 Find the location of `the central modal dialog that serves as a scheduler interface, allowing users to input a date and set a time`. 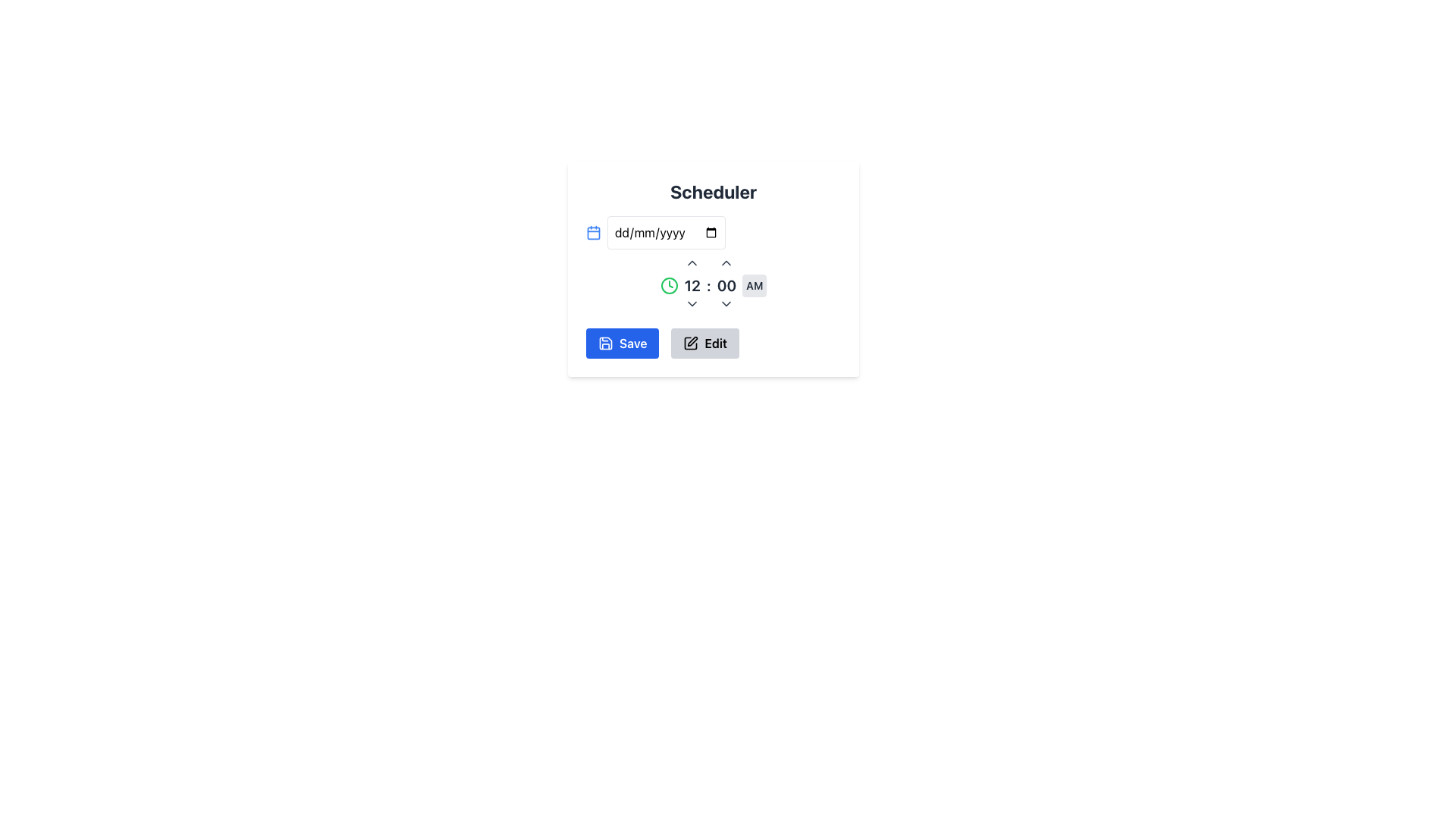

the central modal dialog that serves as a scheduler interface, allowing users to input a date and set a time is located at coordinates (712, 268).